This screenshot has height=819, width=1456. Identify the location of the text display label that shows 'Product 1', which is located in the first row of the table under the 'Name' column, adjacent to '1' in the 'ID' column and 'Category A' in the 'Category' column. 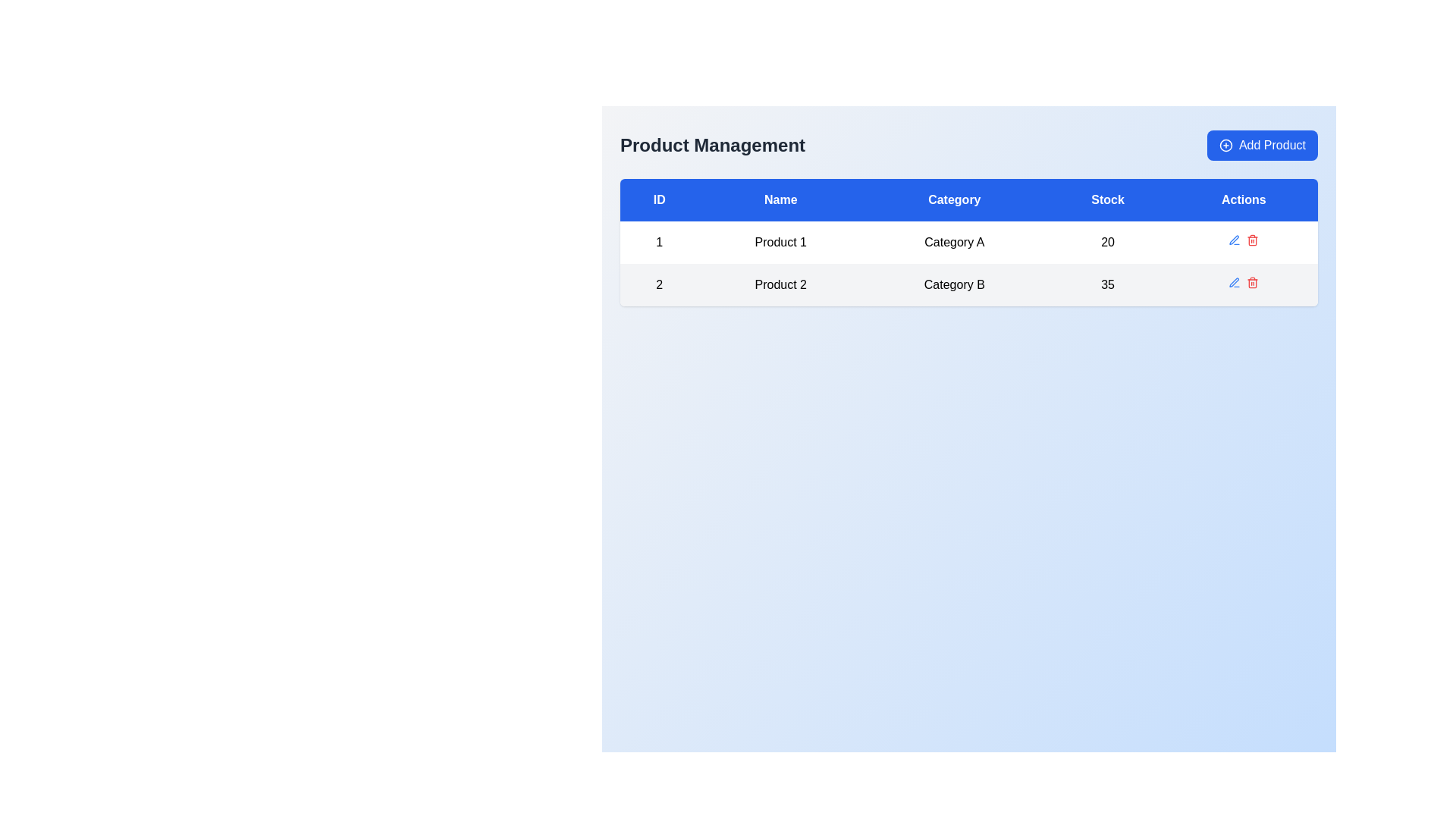
(780, 242).